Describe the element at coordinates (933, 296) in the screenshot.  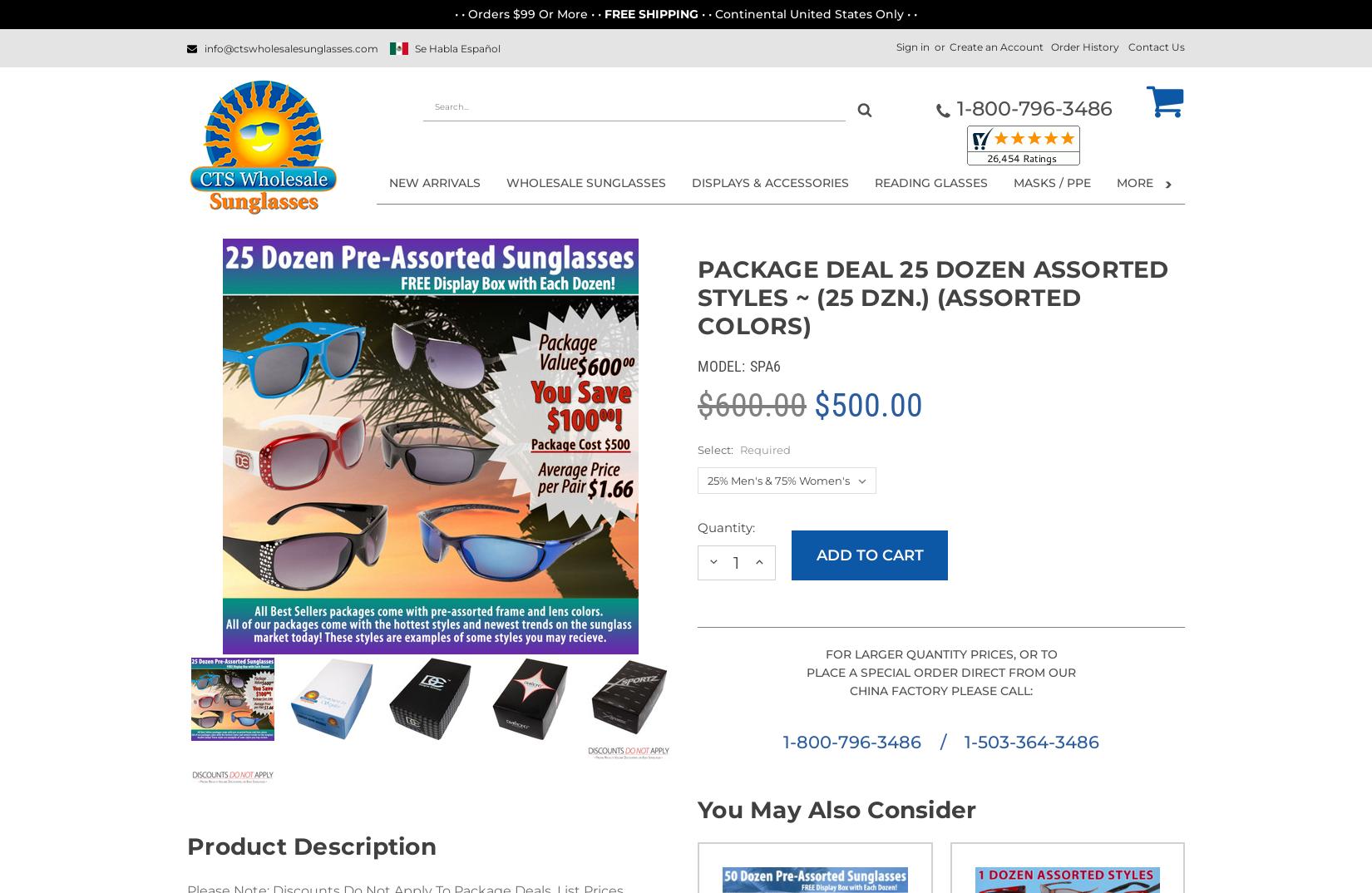
I see `'Package Deal 25 Dozen Assorted Styles ~ (25 dzn.) (Assorted Colors)'` at that location.